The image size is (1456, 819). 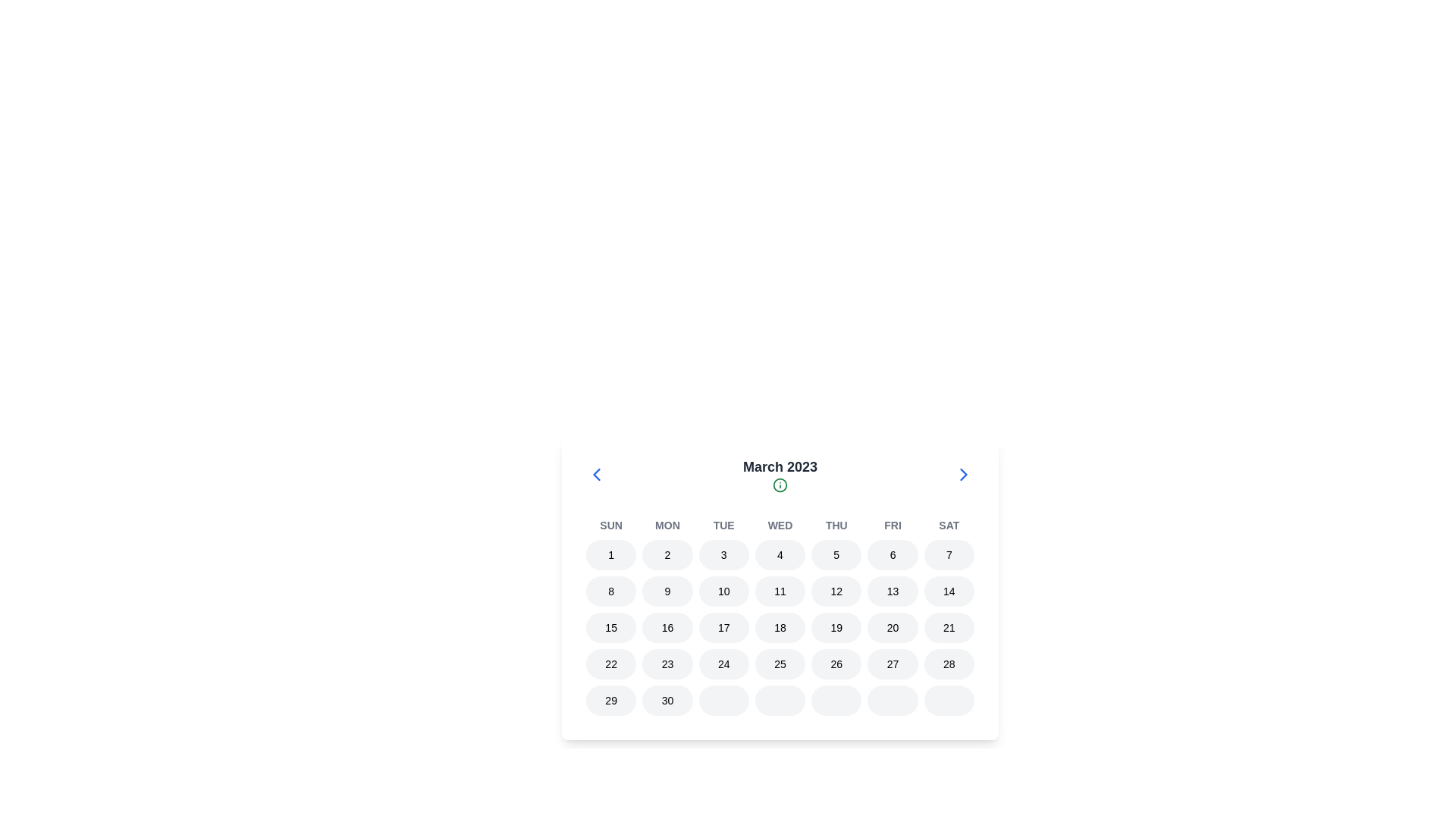 What do you see at coordinates (596, 473) in the screenshot?
I see `the left-facing blue arrow button located on the leftmost side of the header bar` at bounding box center [596, 473].